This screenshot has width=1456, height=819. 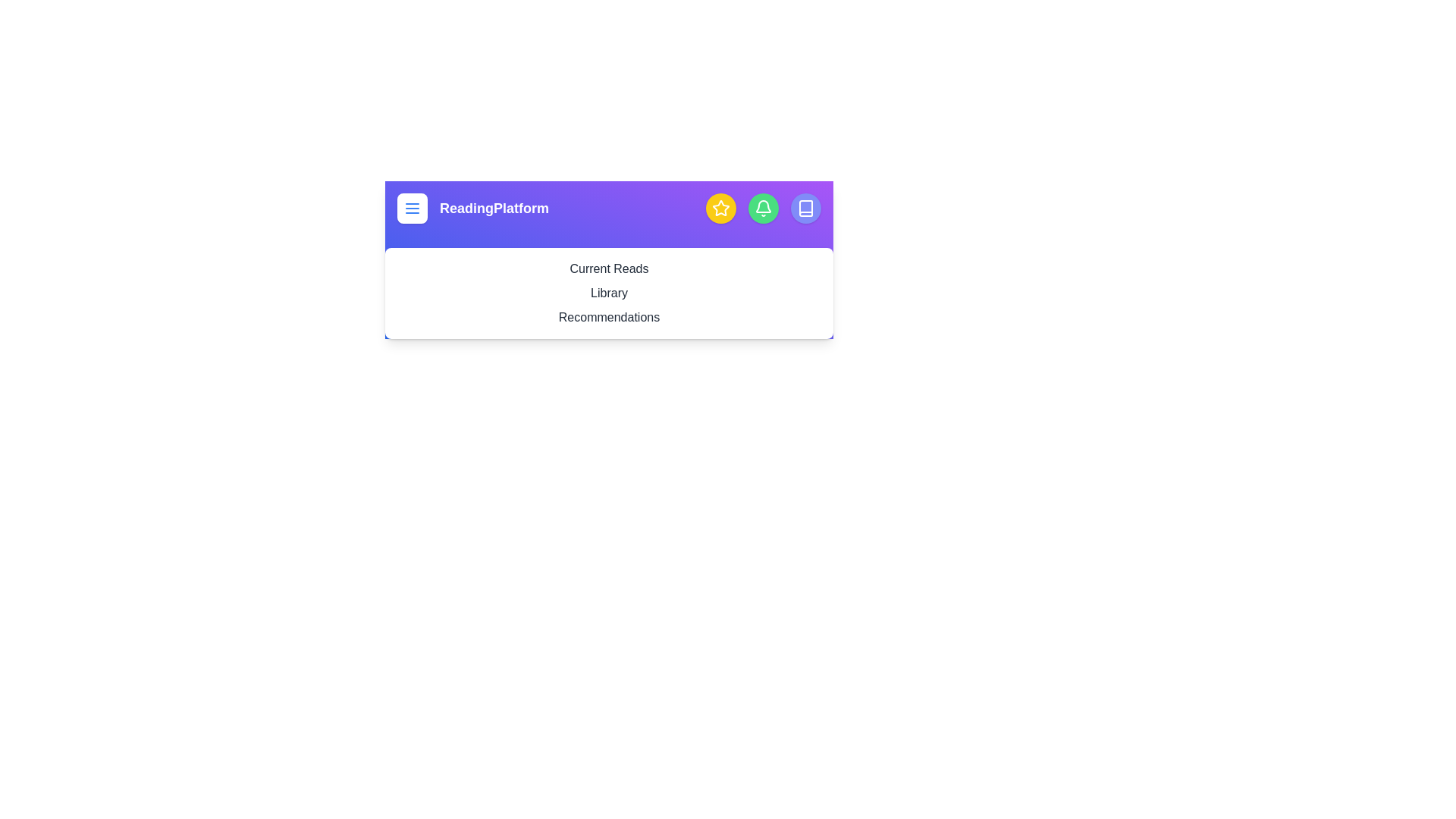 I want to click on the star button to mark the item as a favorite, so click(x=720, y=208).